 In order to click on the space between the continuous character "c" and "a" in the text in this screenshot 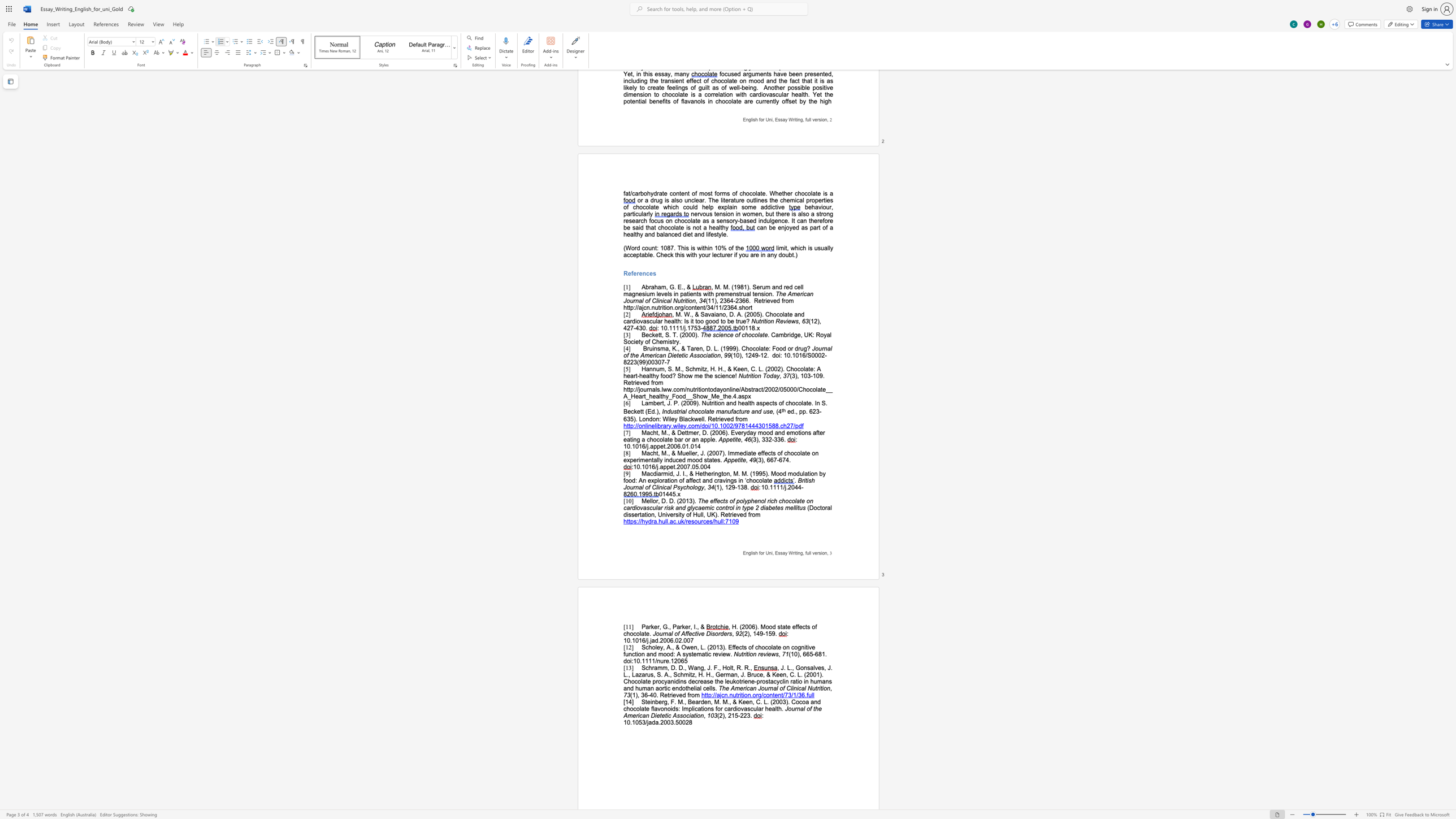, I will do `click(642, 715)`.